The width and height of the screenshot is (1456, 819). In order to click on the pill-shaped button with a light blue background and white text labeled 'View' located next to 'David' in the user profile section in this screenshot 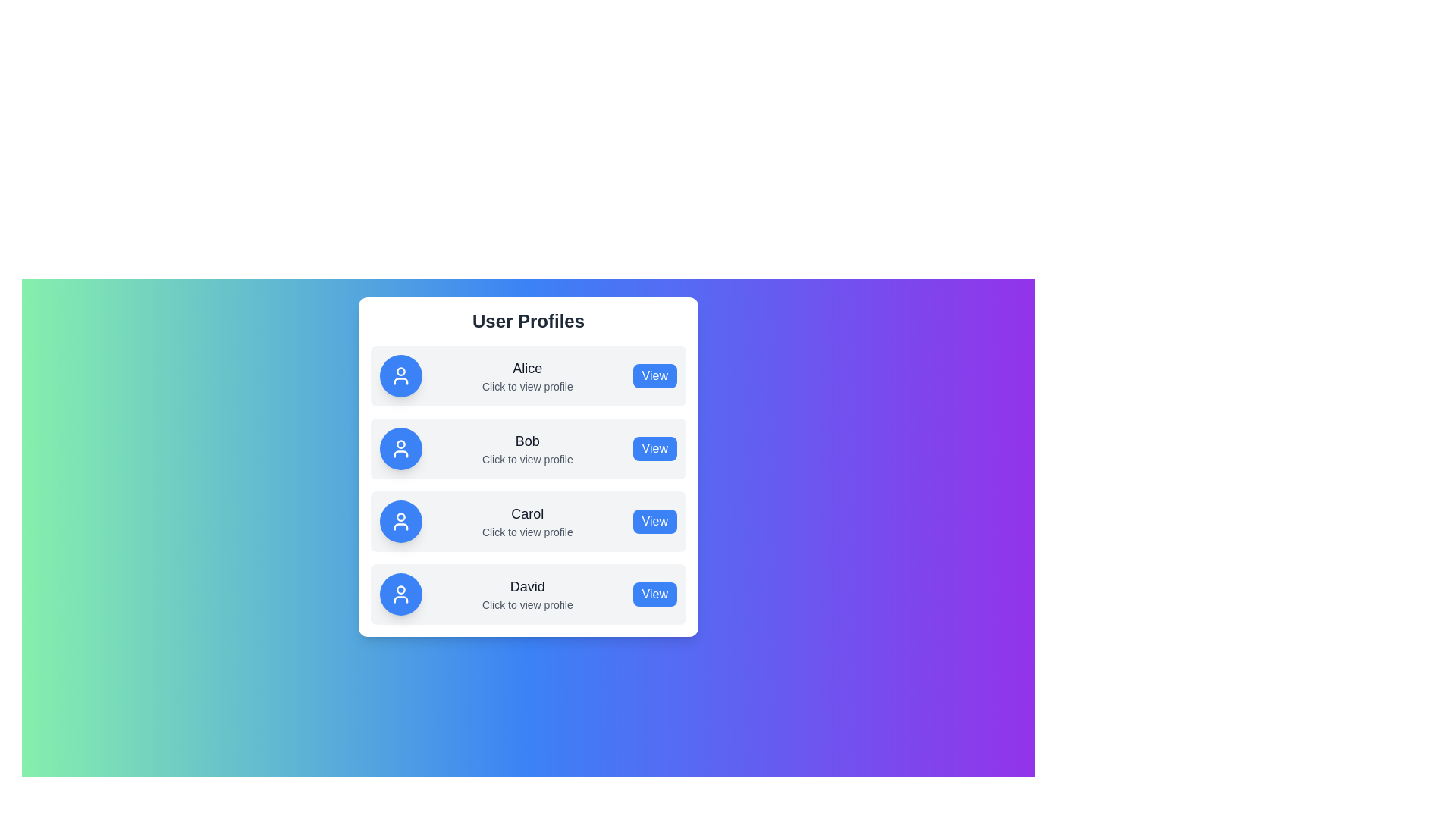, I will do `click(654, 593)`.